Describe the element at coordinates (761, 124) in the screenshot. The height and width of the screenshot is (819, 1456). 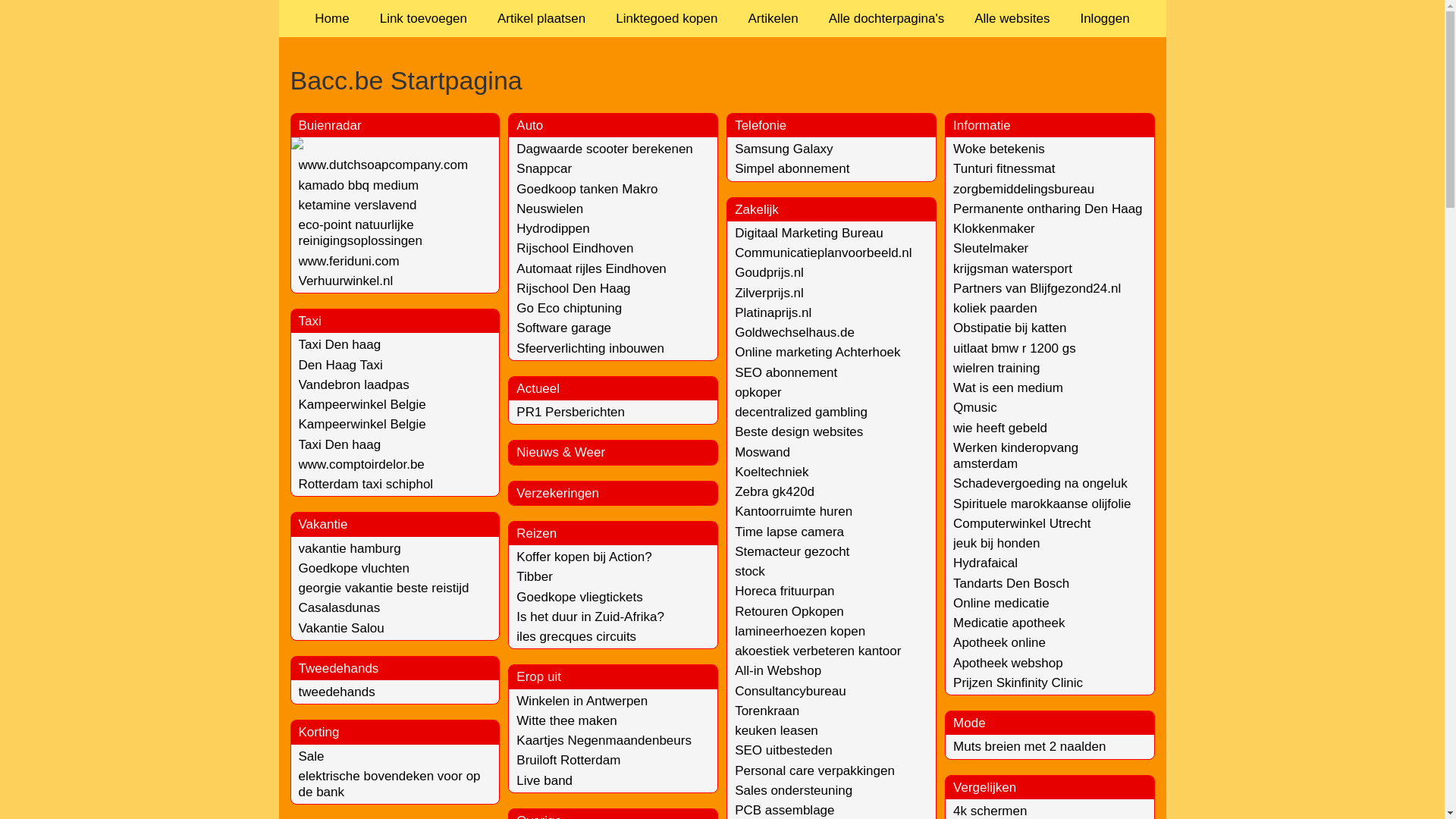
I see `'Telefonie'` at that location.